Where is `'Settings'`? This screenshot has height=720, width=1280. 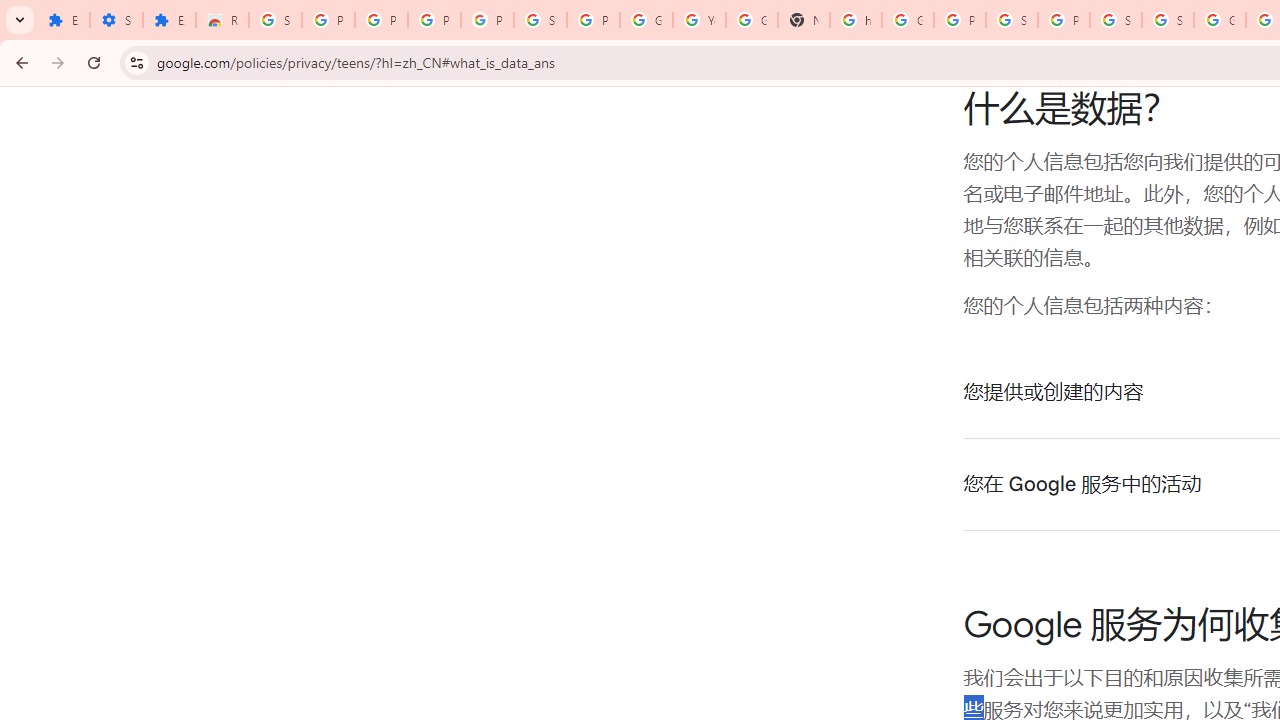
'Settings' is located at coordinates (115, 20).